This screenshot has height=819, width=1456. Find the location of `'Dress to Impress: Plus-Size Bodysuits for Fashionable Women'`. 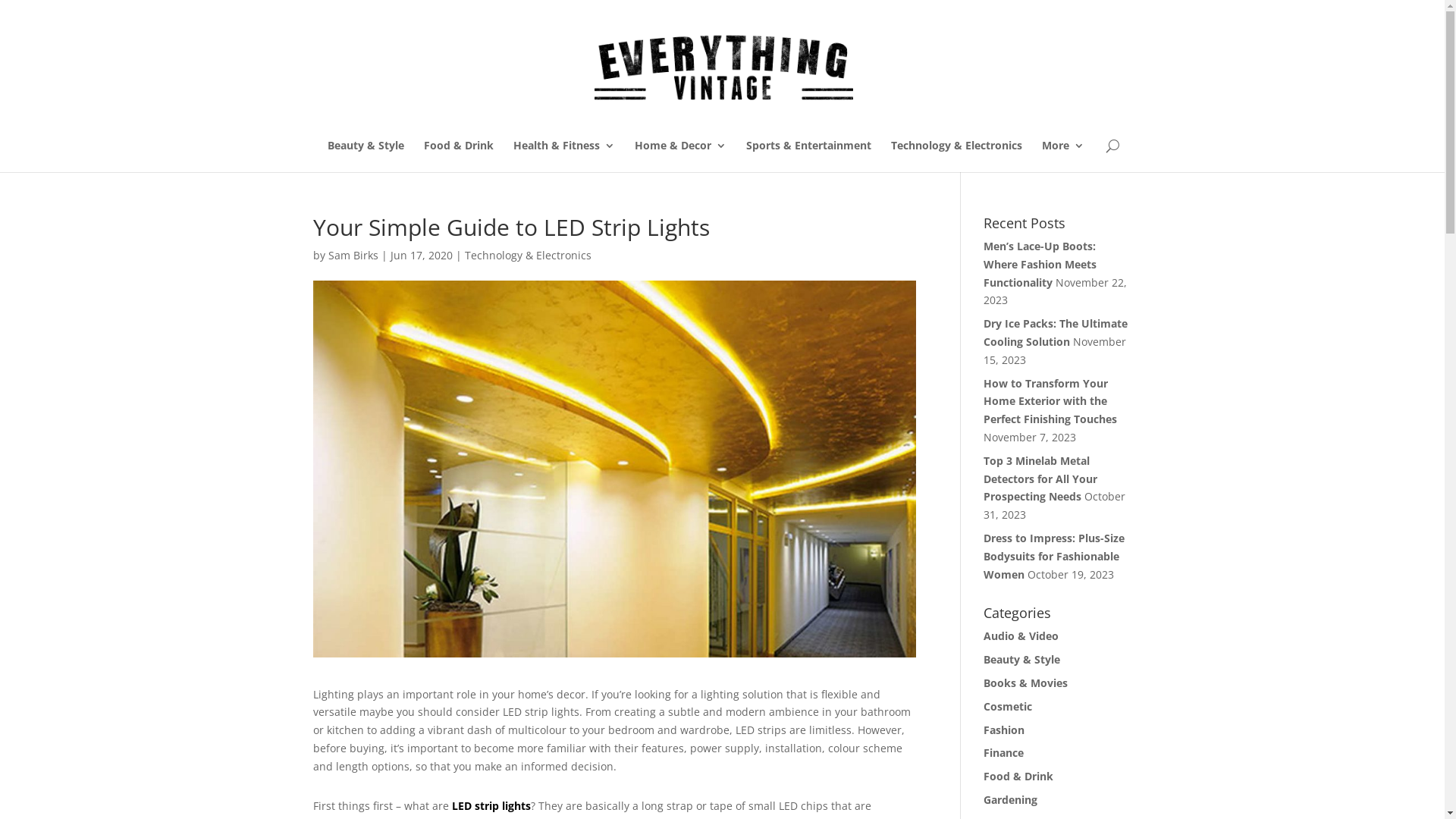

'Dress to Impress: Plus-Size Bodysuits for Fashionable Women' is located at coordinates (1053, 556).